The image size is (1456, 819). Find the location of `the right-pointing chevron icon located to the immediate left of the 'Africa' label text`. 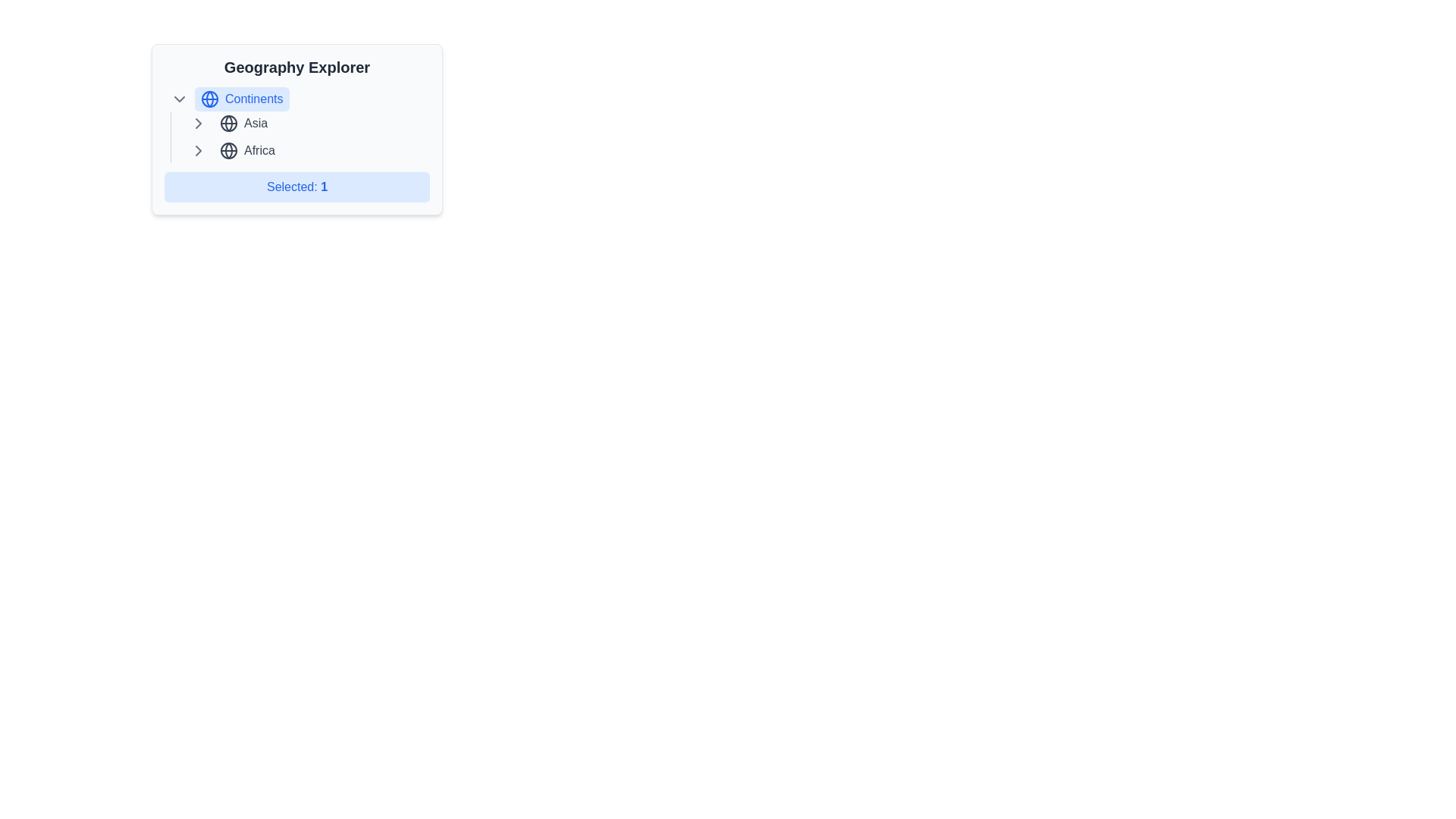

the right-pointing chevron icon located to the immediate left of the 'Africa' label text is located at coordinates (198, 151).